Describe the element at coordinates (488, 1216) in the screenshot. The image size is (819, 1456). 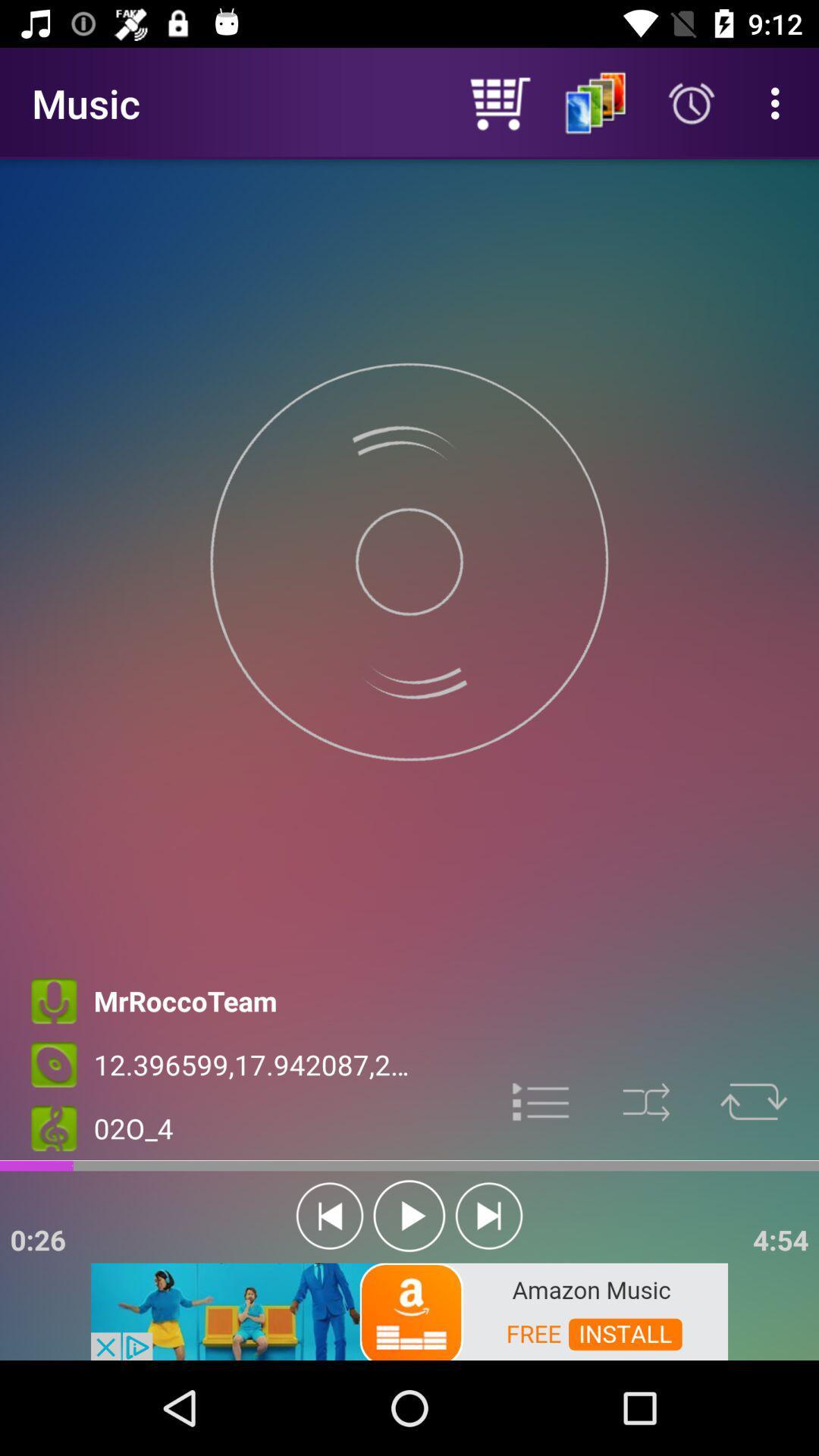
I see `go forward` at that location.